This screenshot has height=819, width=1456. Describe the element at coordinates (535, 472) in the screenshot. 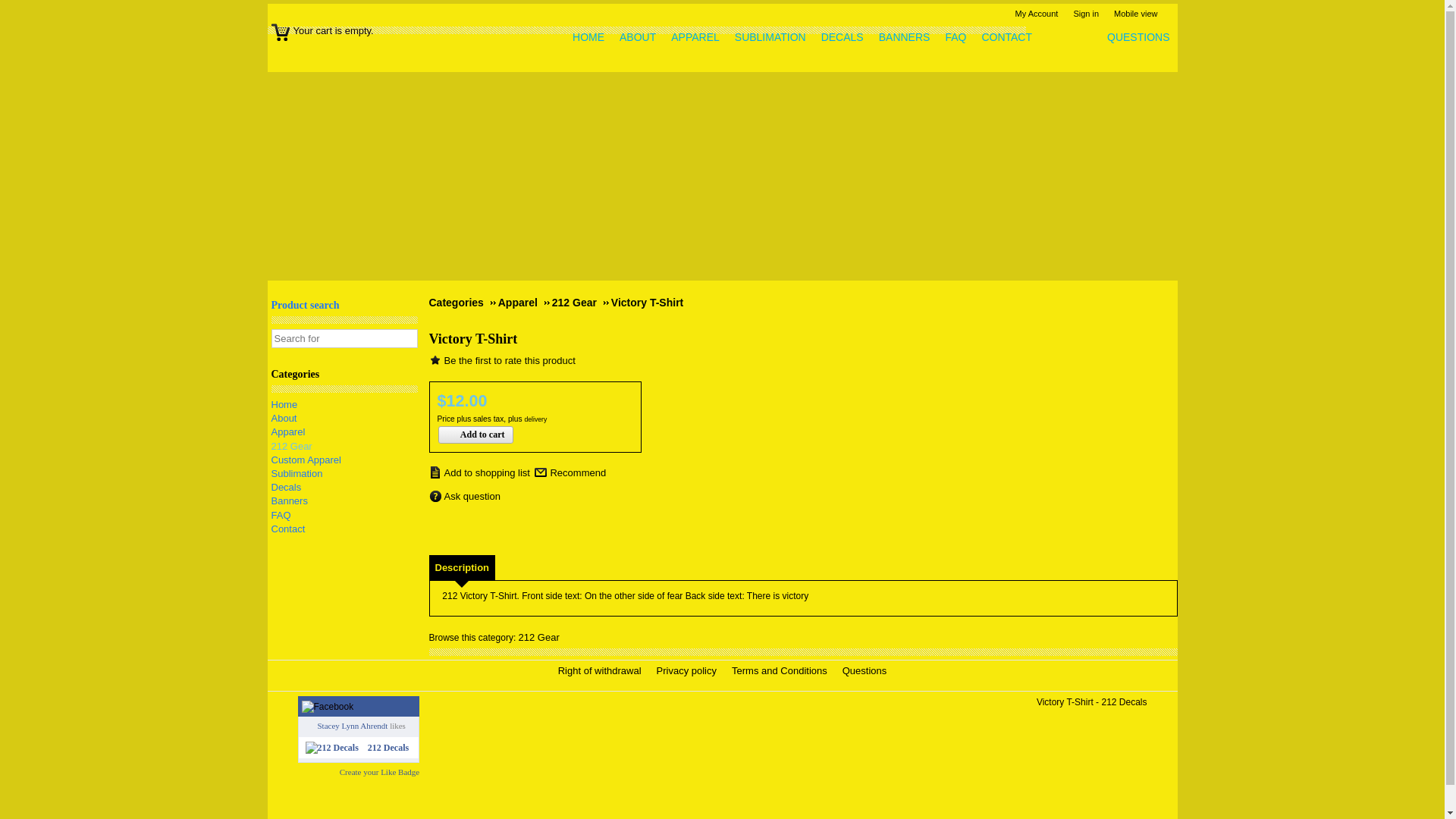

I see `'Recommend'` at that location.